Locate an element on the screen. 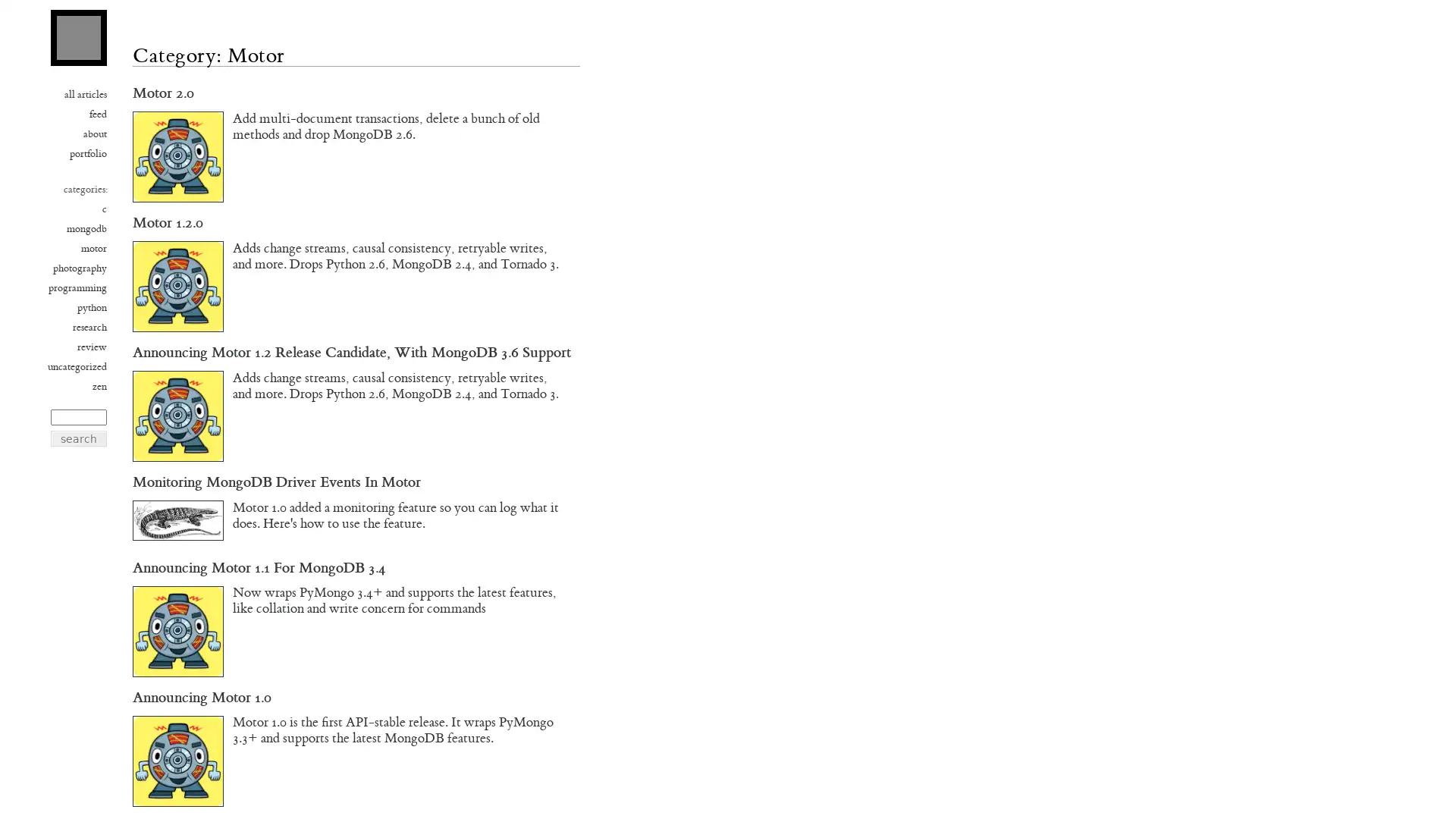  search is located at coordinates (78, 438).